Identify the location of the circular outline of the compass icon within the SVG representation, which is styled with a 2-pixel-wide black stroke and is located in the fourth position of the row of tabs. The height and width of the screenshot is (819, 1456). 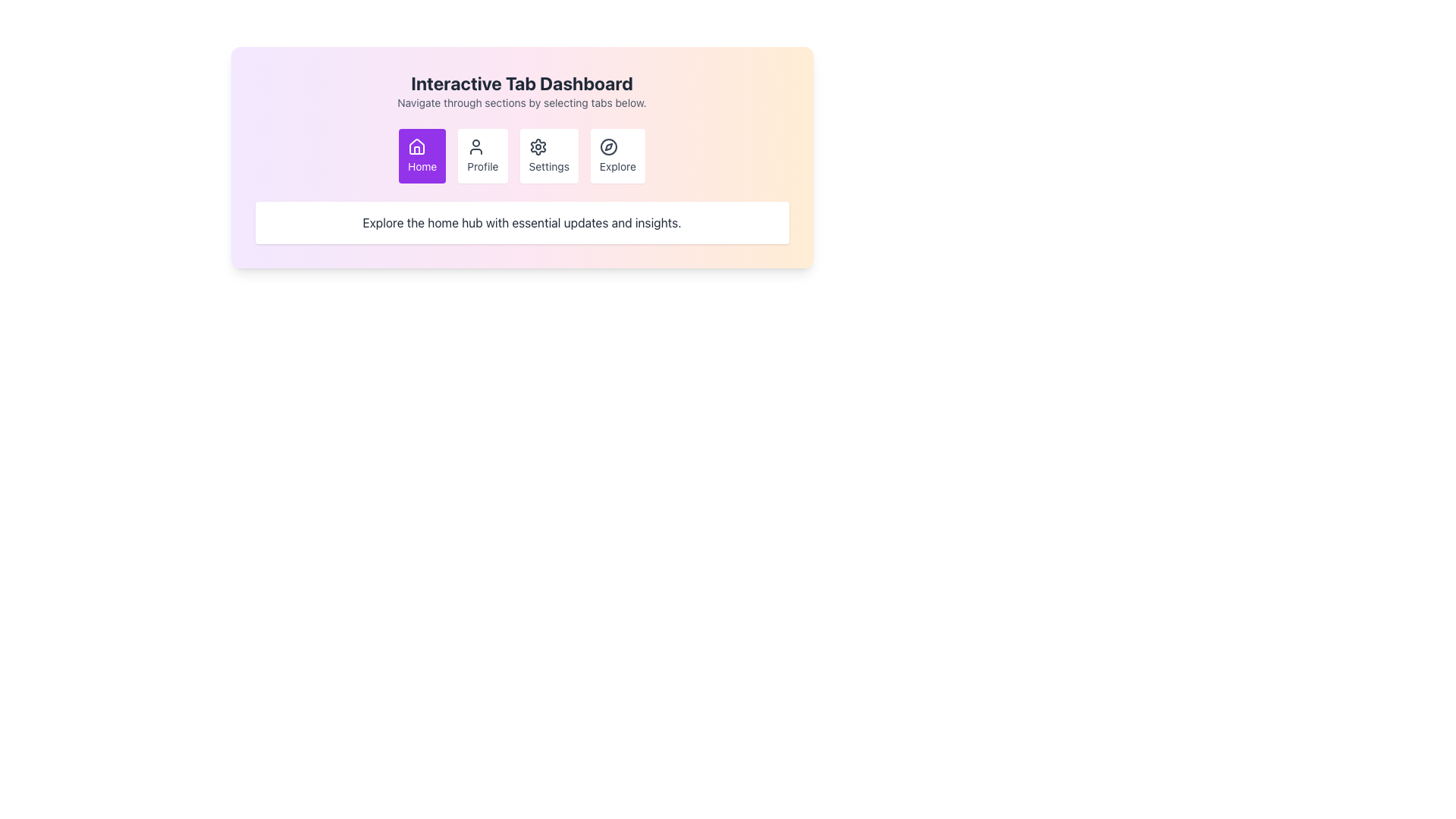
(608, 146).